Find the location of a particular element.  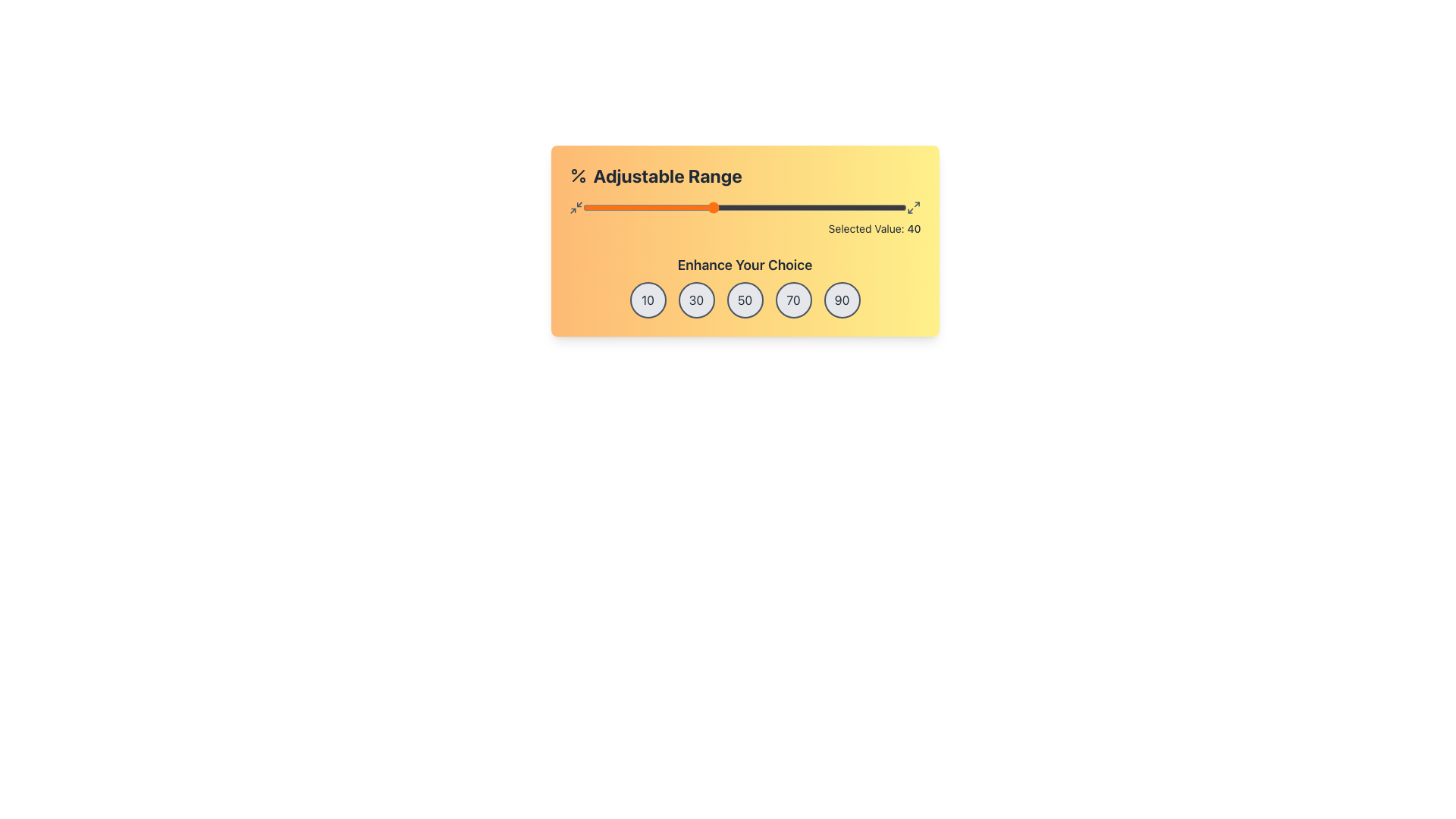

the percentage is located at coordinates (585, 207).